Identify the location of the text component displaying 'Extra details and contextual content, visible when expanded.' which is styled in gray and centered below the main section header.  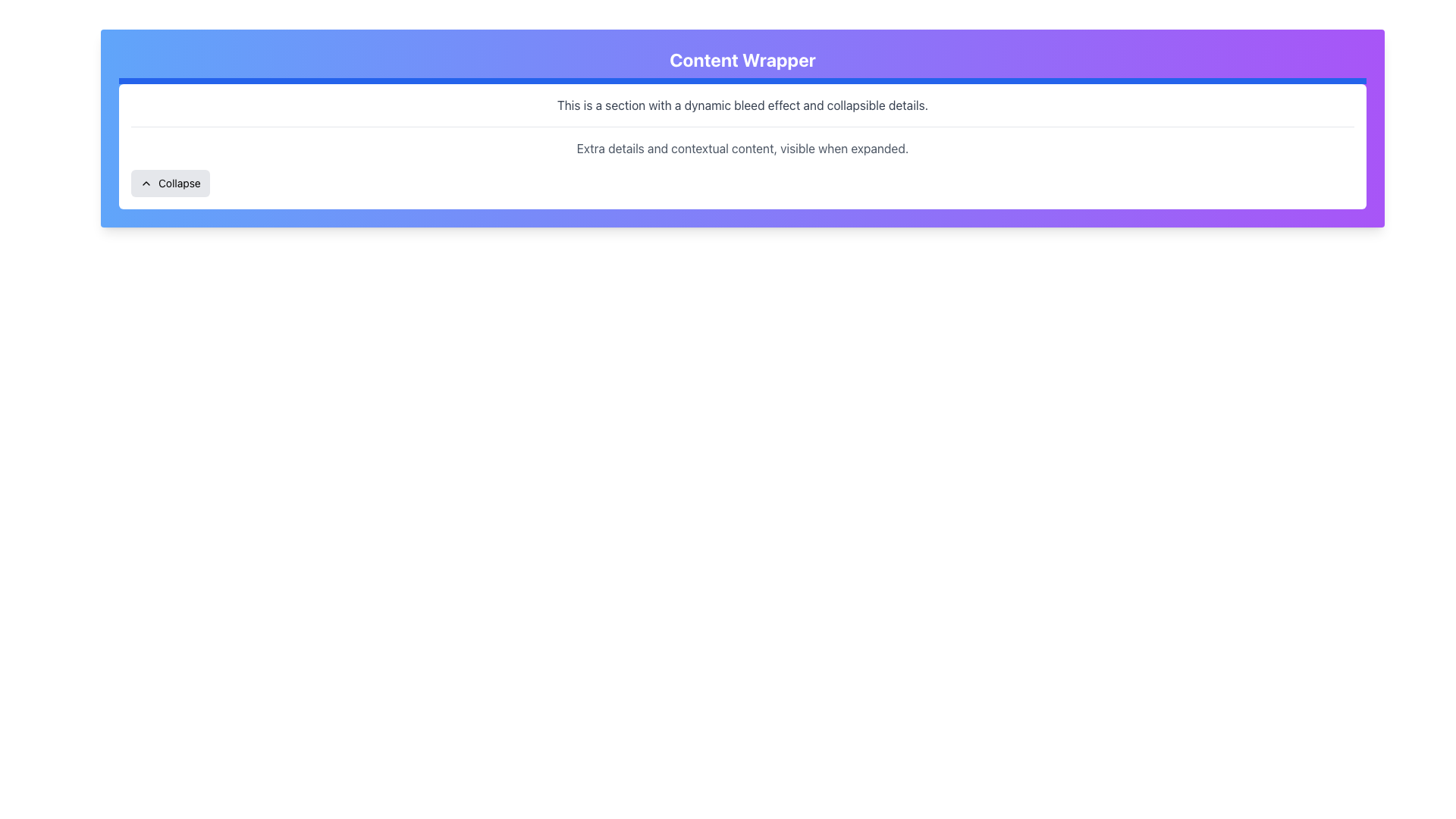
(742, 149).